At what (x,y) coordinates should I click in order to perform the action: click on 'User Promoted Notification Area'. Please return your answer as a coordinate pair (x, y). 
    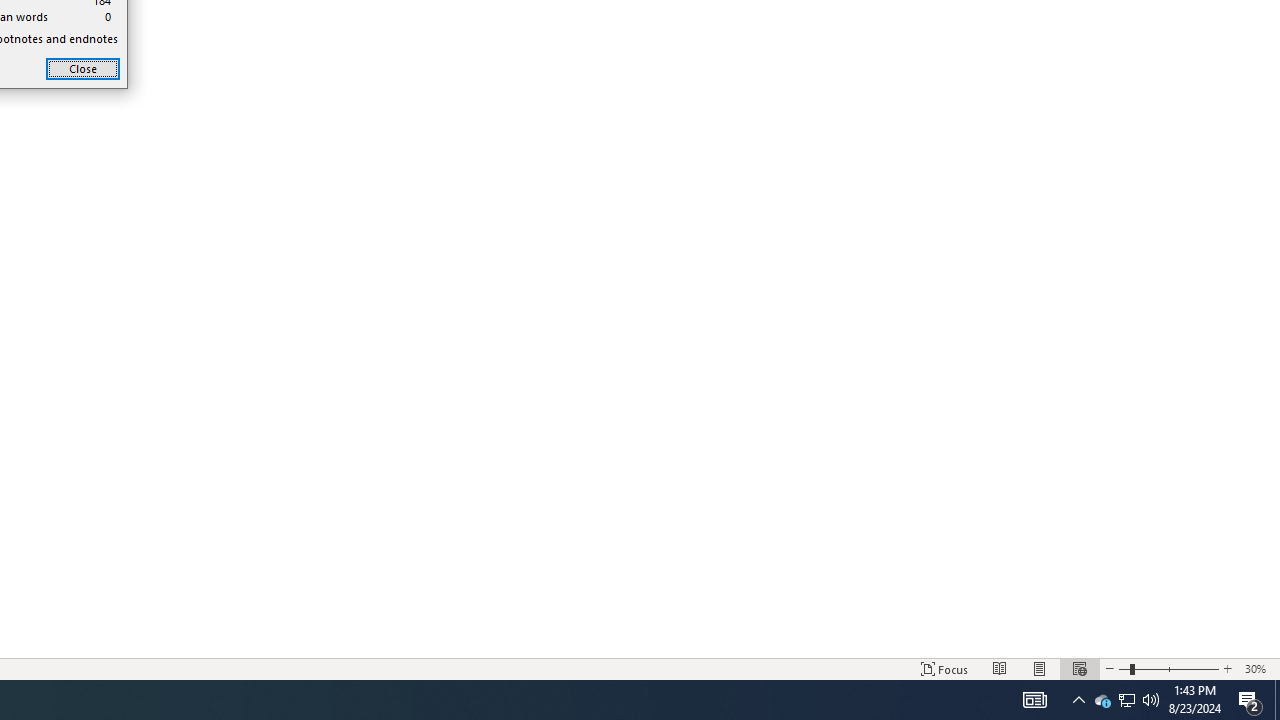
    Looking at the image, I should click on (1127, 698).